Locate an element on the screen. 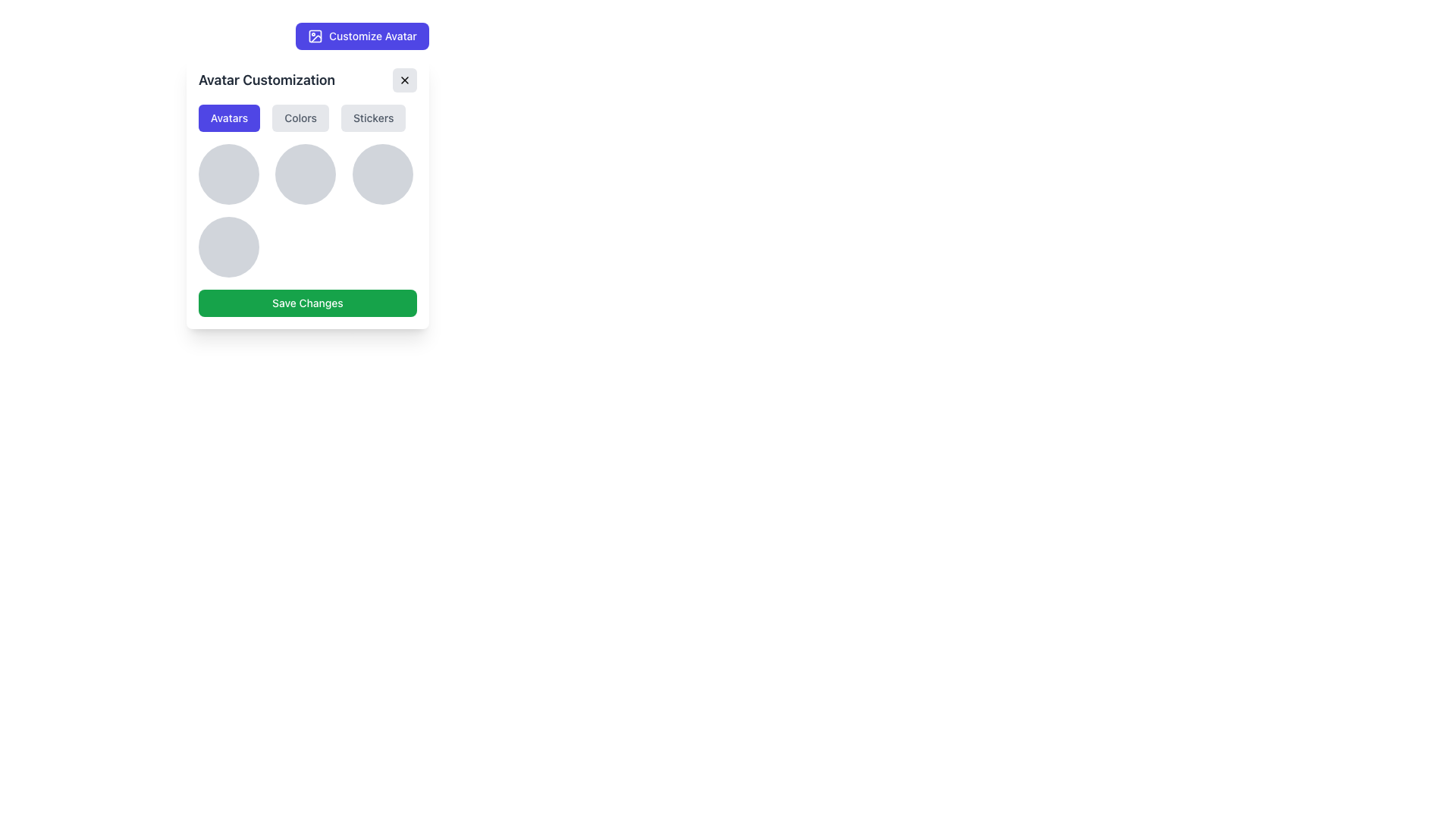 Image resolution: width=1456 pixels, height=819 pixels. the circular button with a black 'X' icon located at the top-right corner of the 'Avatar Customization' panel is located at coordinates (404, 80).